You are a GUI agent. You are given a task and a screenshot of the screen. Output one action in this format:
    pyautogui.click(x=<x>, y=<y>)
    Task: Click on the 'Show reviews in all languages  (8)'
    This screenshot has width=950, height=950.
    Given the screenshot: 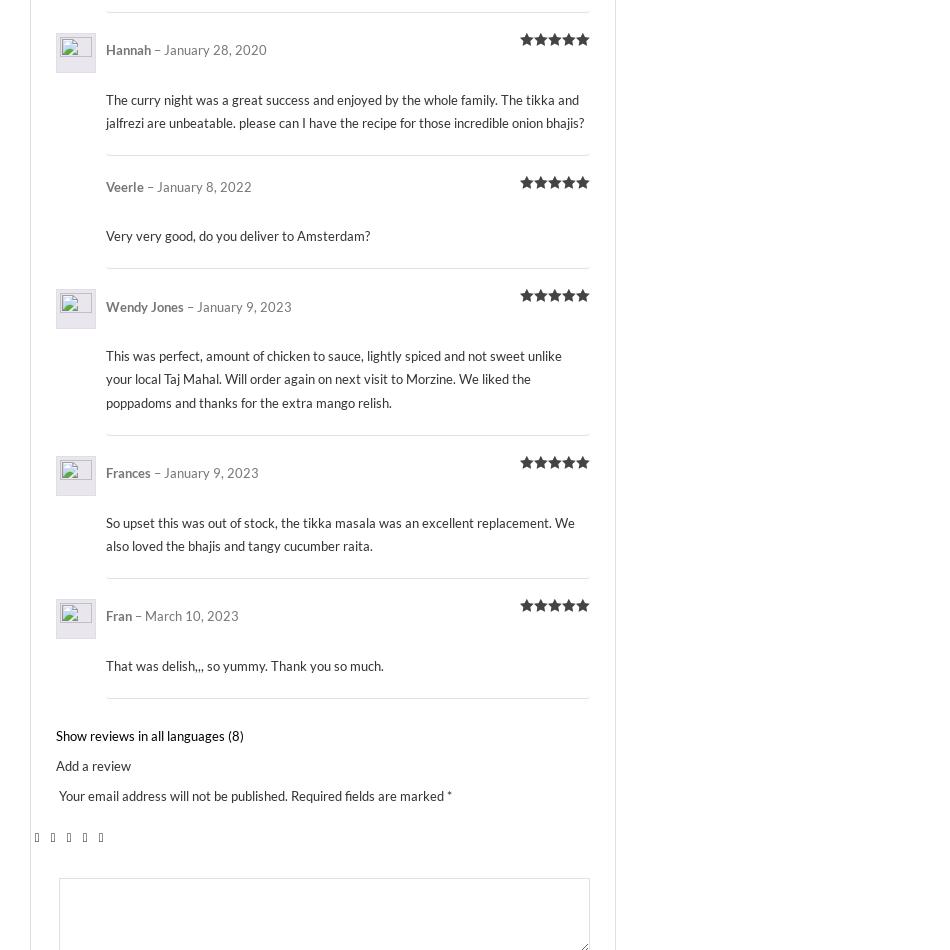 What is the action you would take?
    pyautogui.click(x=150, y=734)
    